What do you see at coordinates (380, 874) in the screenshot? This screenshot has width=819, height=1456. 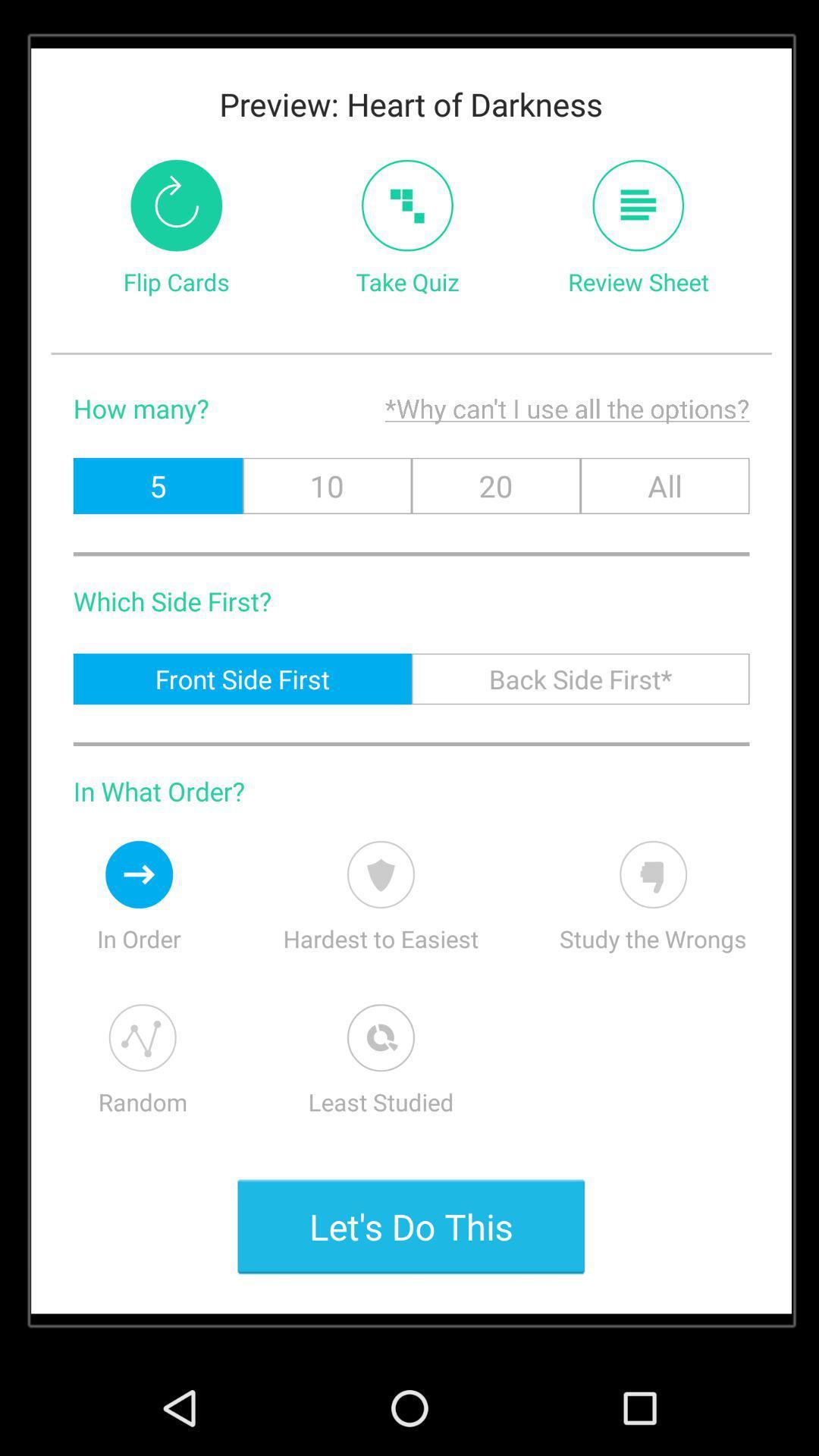 I see `hardest to easiest option` at bounding box center [380, 874].